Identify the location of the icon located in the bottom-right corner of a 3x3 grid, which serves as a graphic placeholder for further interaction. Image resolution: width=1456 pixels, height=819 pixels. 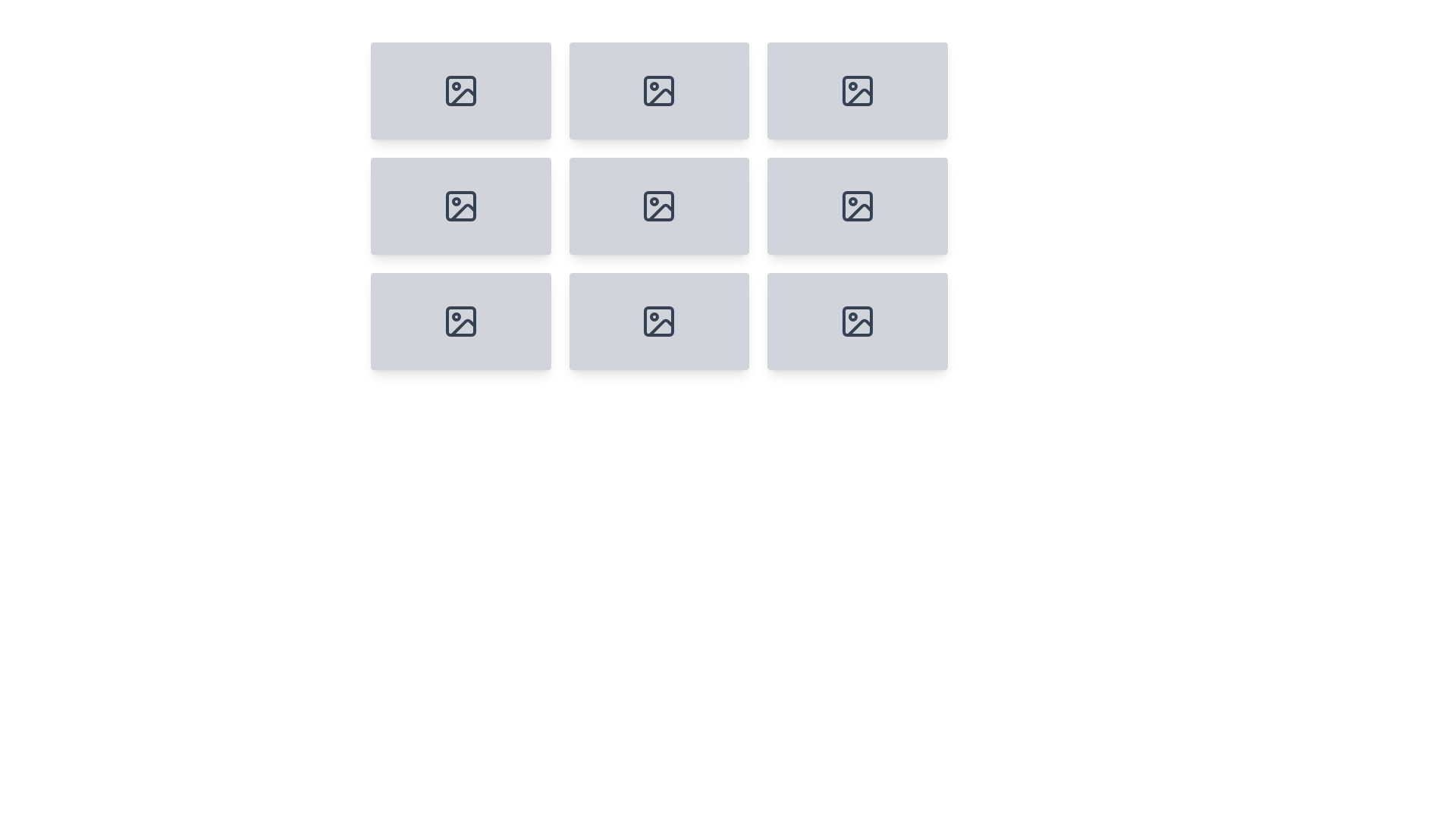
(858, 321).